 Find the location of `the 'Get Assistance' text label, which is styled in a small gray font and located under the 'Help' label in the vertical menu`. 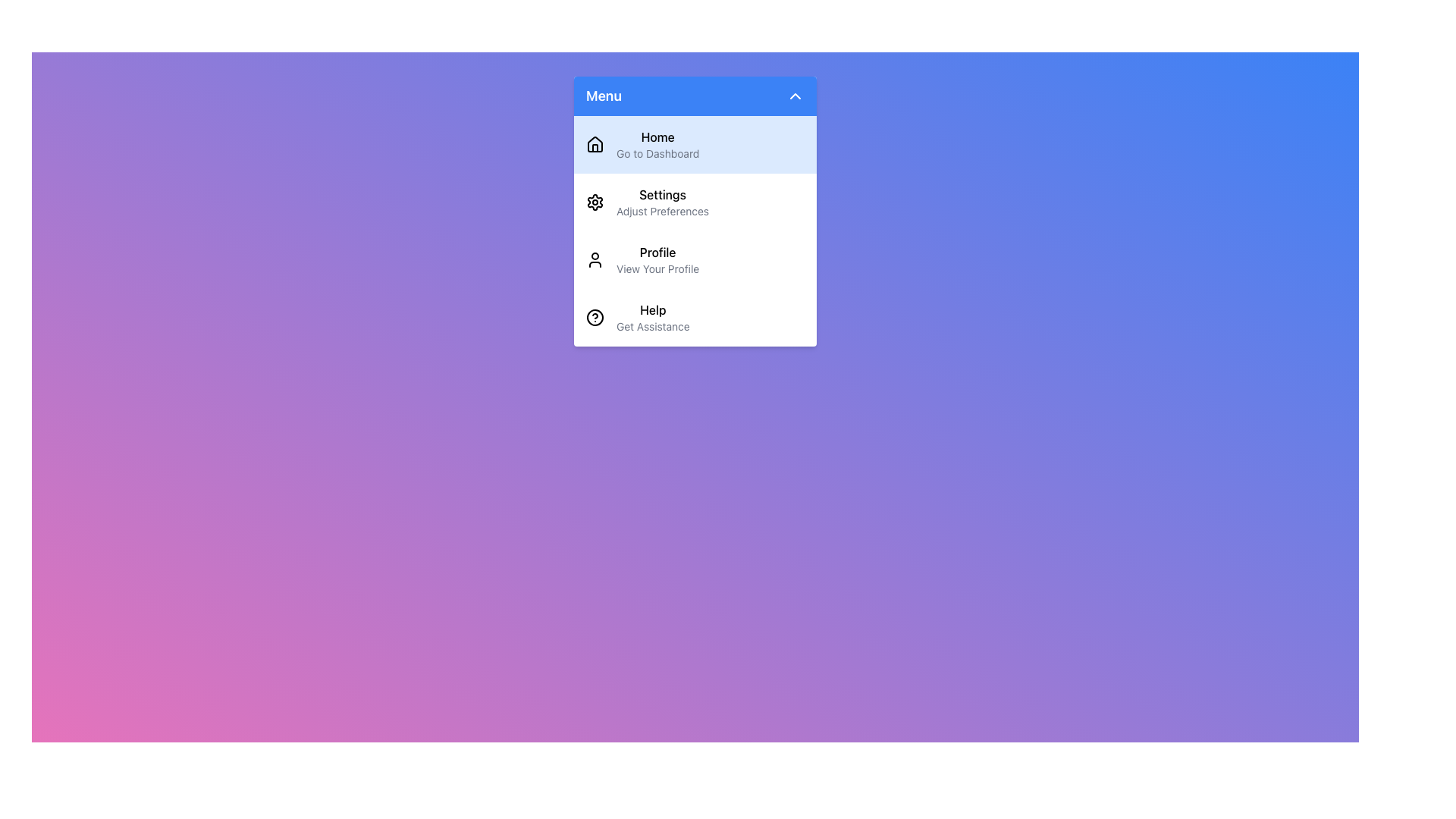

the 'Get Assistance' text label, which is styled in a small gray font and located under the 'Help' label in the vertical menu is located at coordinates (653, 326).